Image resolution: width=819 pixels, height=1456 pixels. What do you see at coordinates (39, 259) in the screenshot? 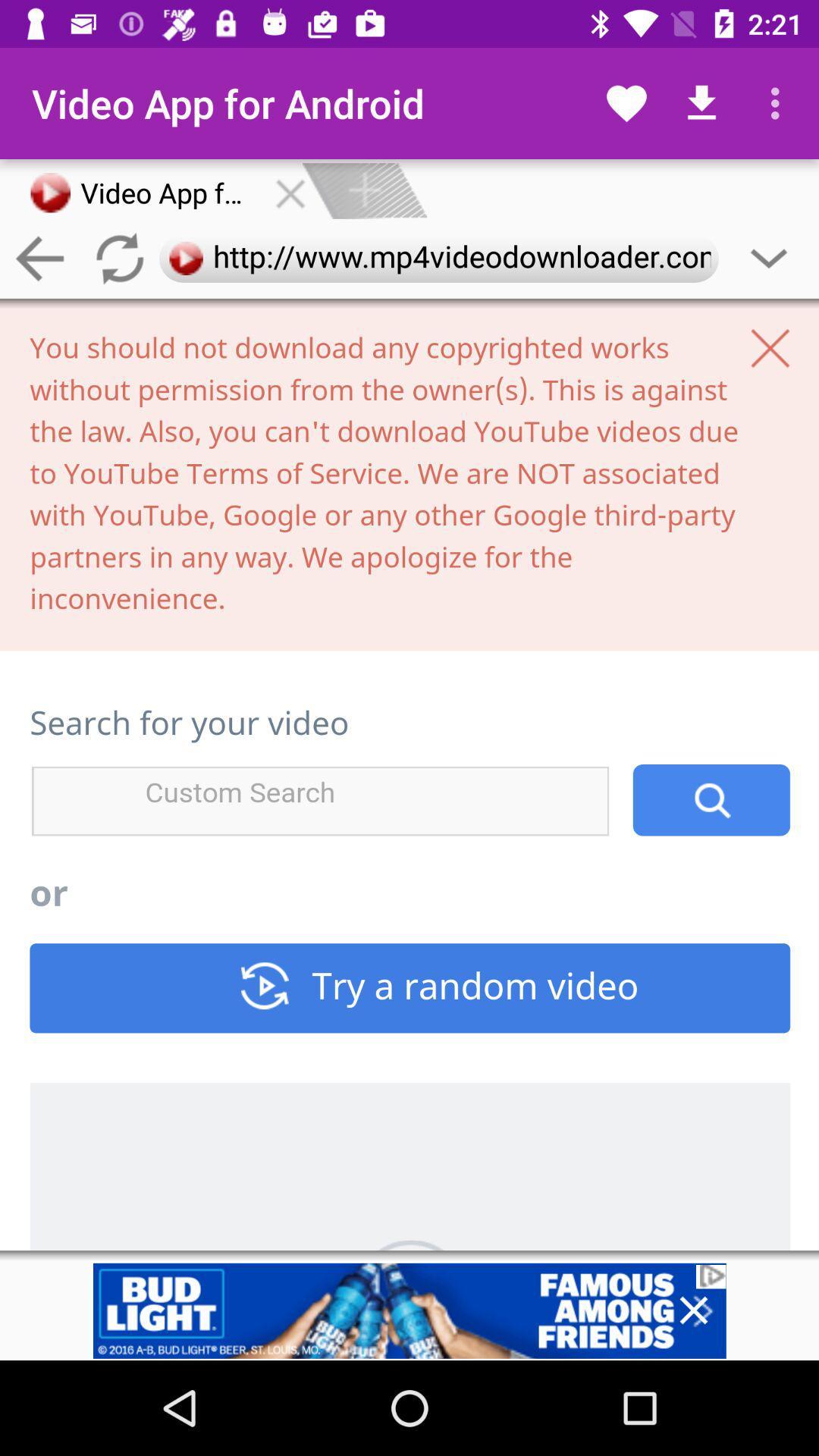
I see `the arrow_backward icon` at bounding box center [39, 259].